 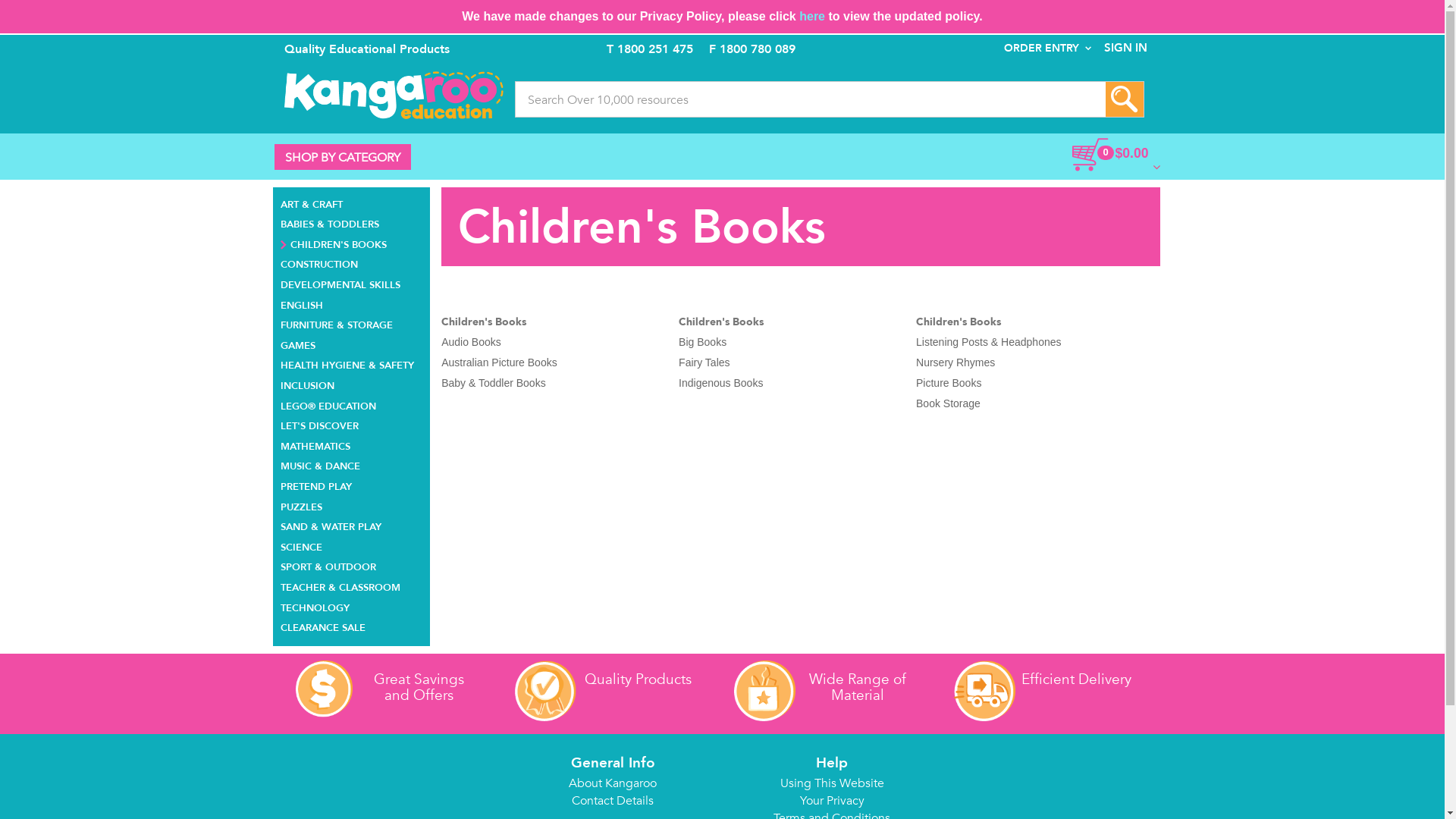 I want to click on 'ORDER ENTRY', so click(x=1046, y=47).